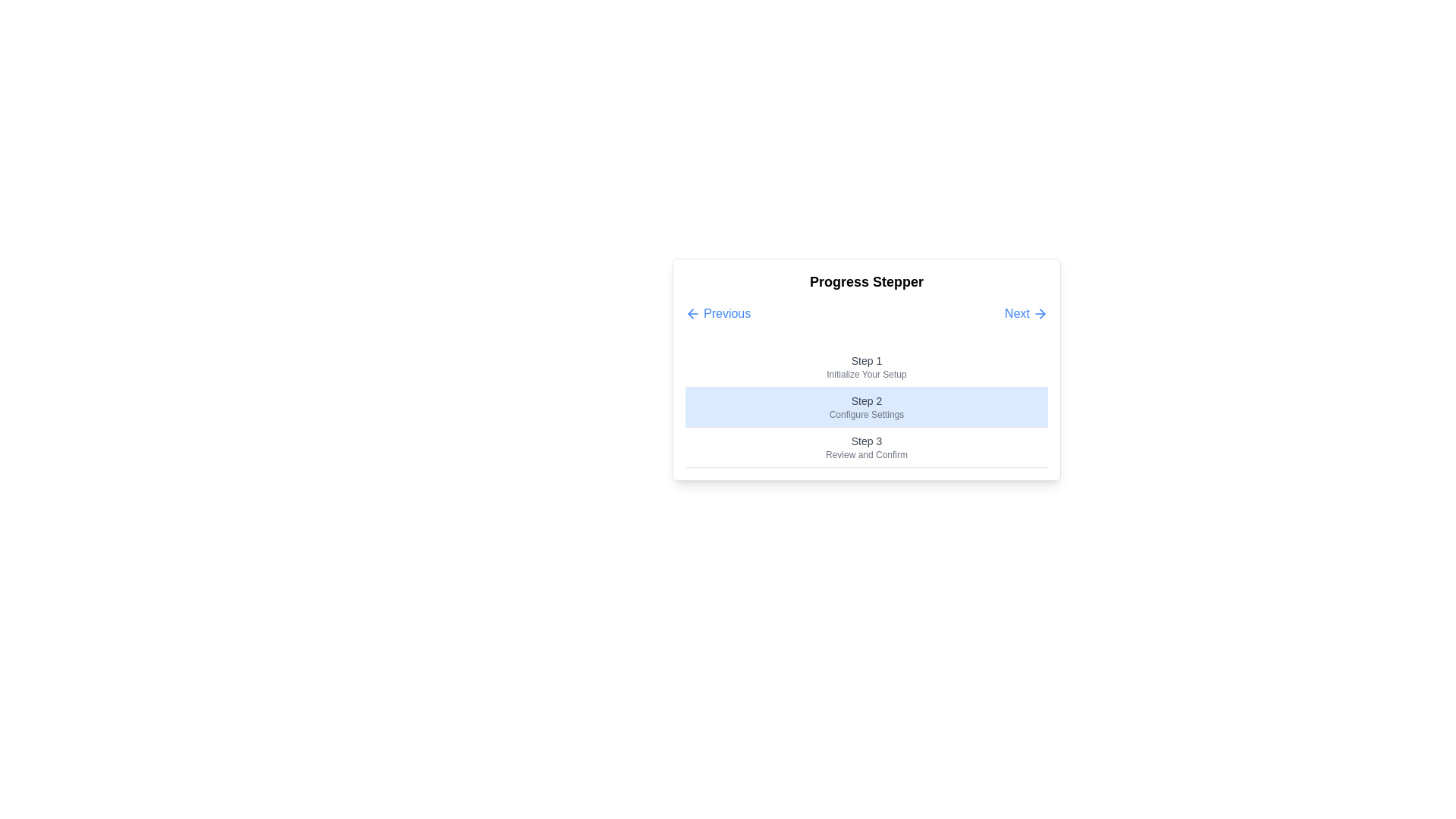  What do you see at coordinates (690, 312) in the screenshot?
I see `the left-pointing arrow icon located to the left of the 'Previous' text link in the progress stepper interface` at bounding box center [690, 312].